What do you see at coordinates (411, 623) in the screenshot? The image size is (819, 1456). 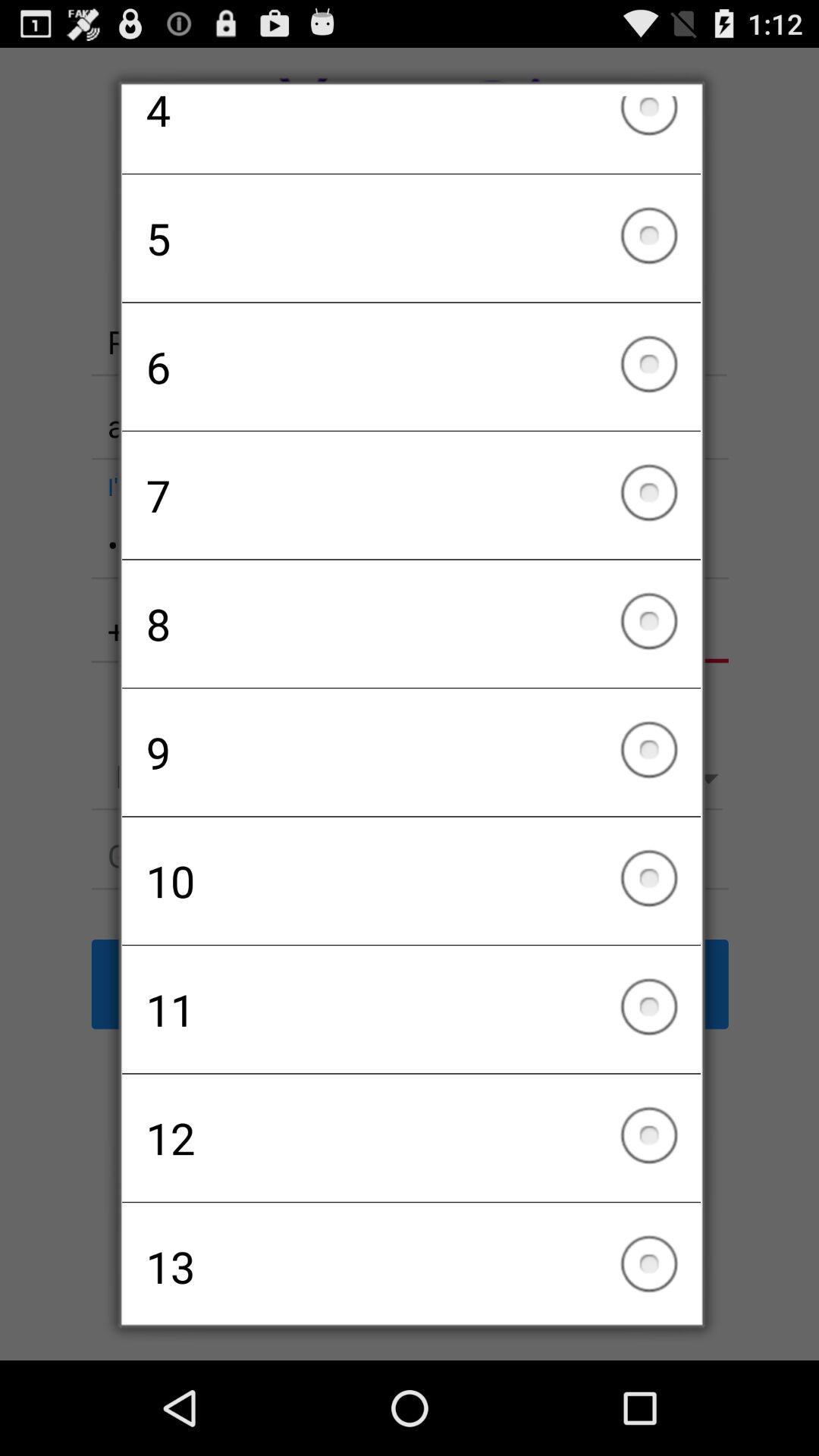 I see `8 checkbox` at bounding box center [411, 623].